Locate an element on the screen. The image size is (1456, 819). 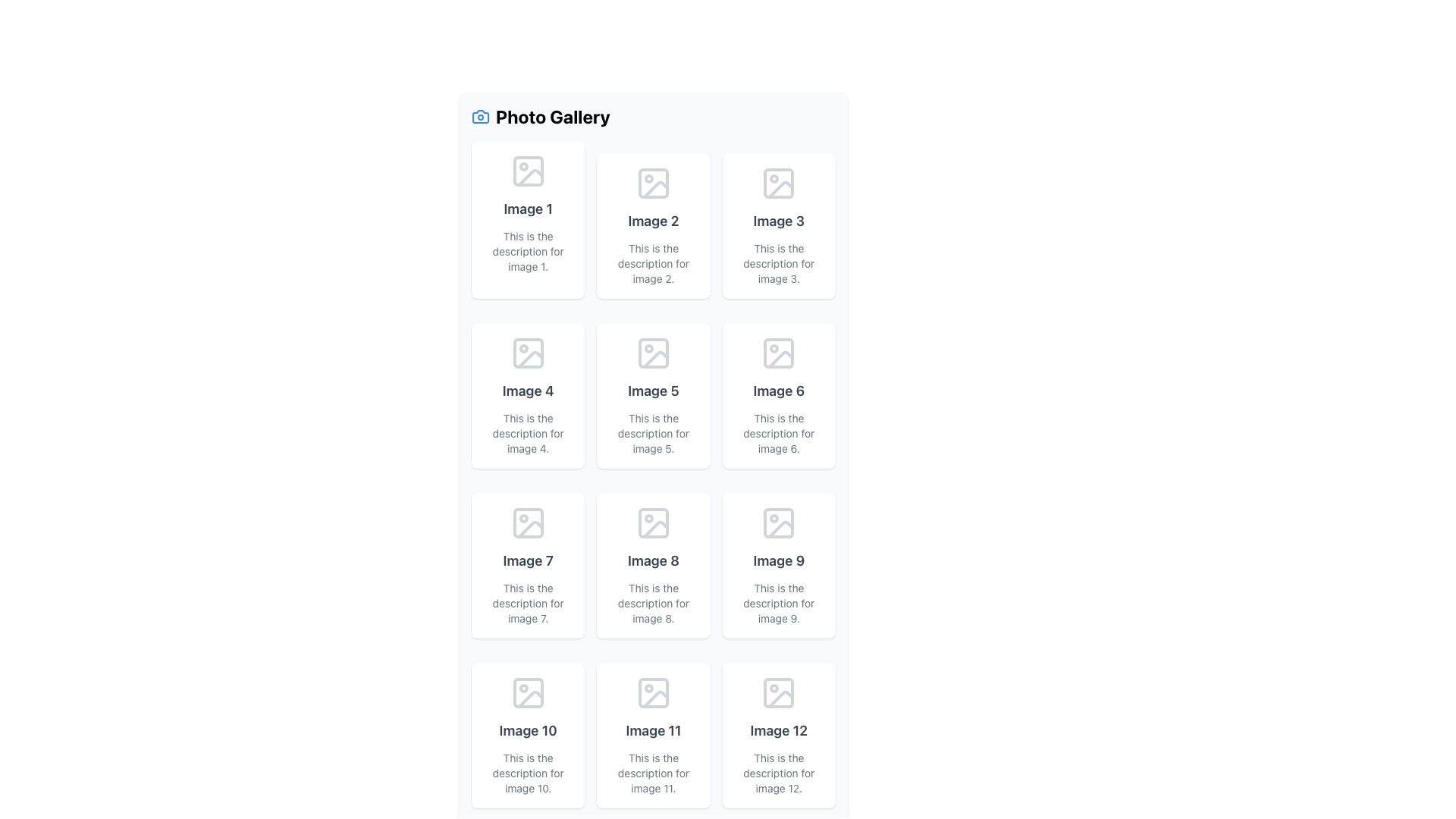
the text label that reads 'This is the description for image 10.' which is styled in gray color and located beneath the title 'Image 10' in the photo gallery grid is located at coordinates (528, 773).